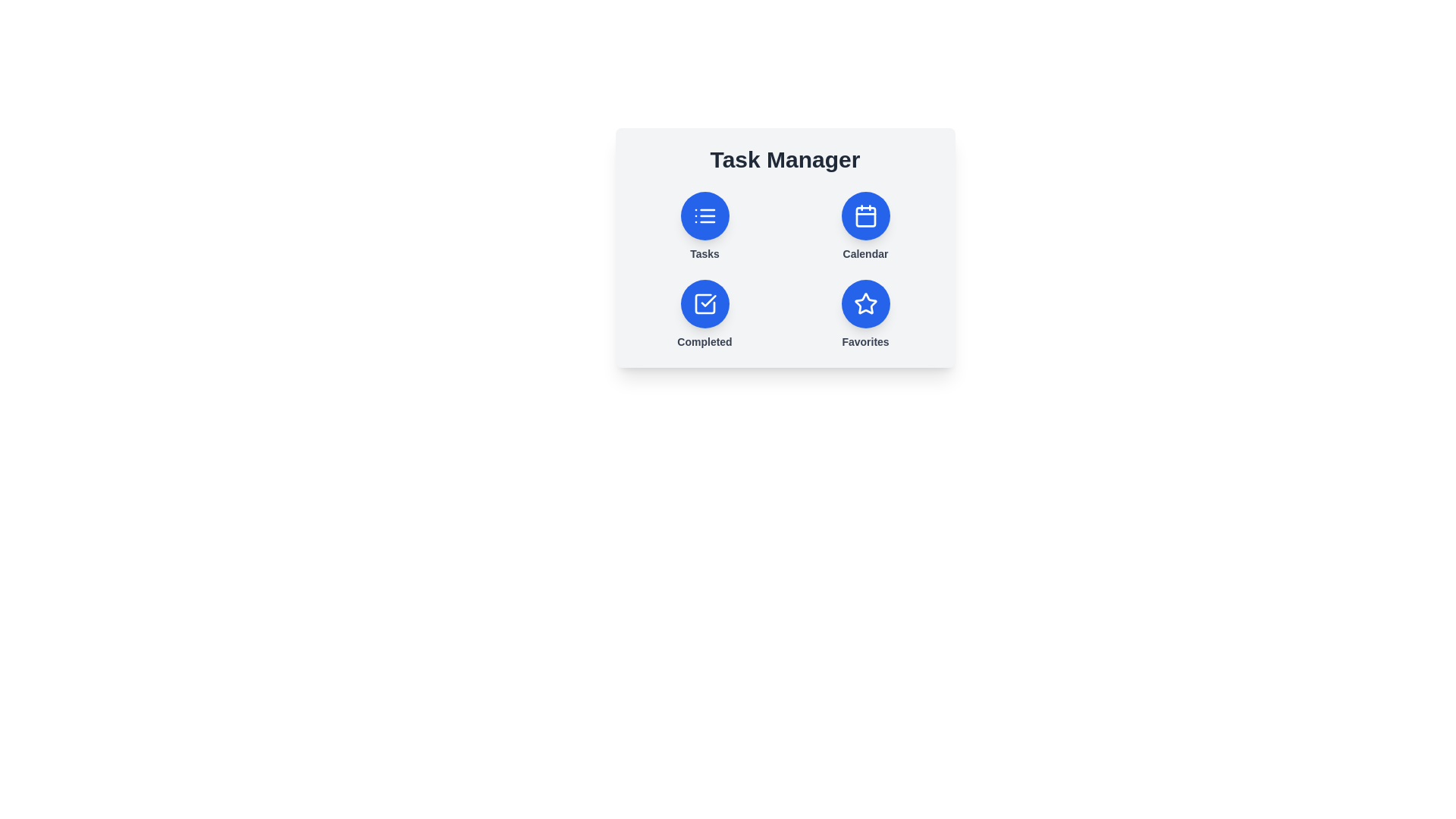  What do you see at coordinates (704, 227) in the screenshot?
I see `to select or activate the 'Tasks' feature represented by the circular blue icon with a white list-like design and the label 'Tasks' beneath it, positioned in the top left of the grid layout` at bounding box center [704, 227].